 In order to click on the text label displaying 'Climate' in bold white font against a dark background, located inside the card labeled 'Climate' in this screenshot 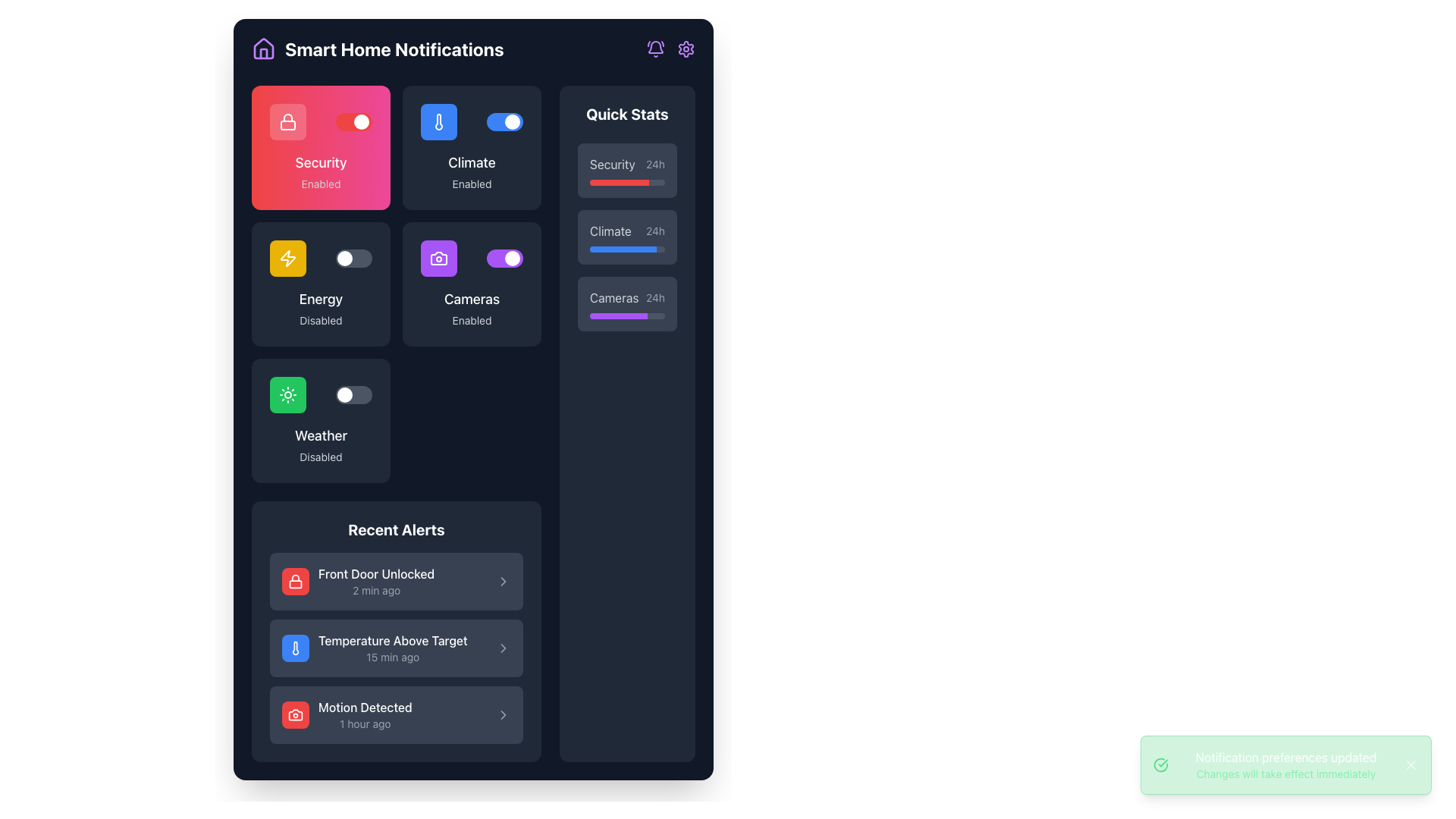, I will do `click(471, 163)`.